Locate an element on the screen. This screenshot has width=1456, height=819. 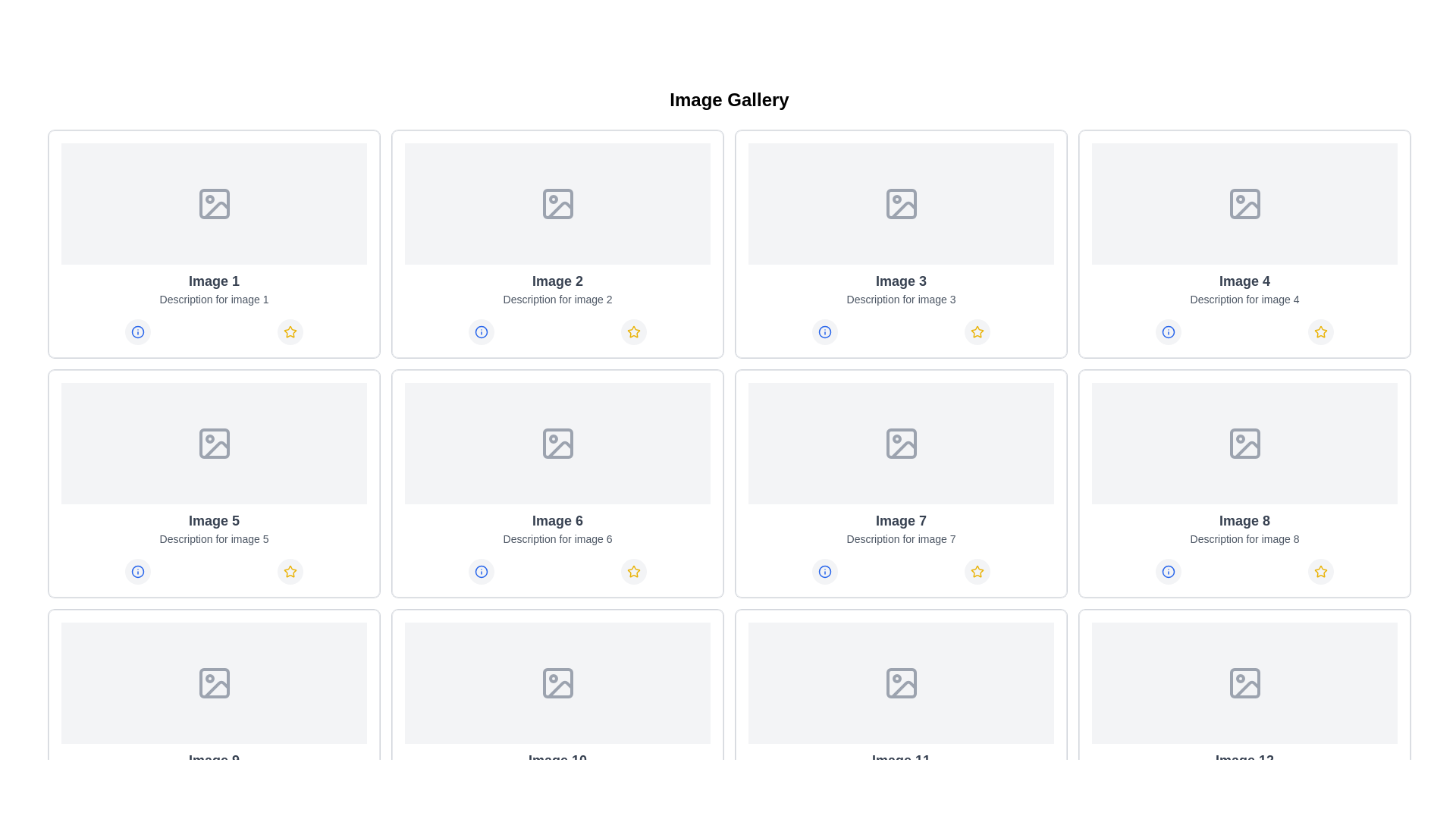
the first circular informational button located below Image 7 in the grid is located at coordinates (824, 571).